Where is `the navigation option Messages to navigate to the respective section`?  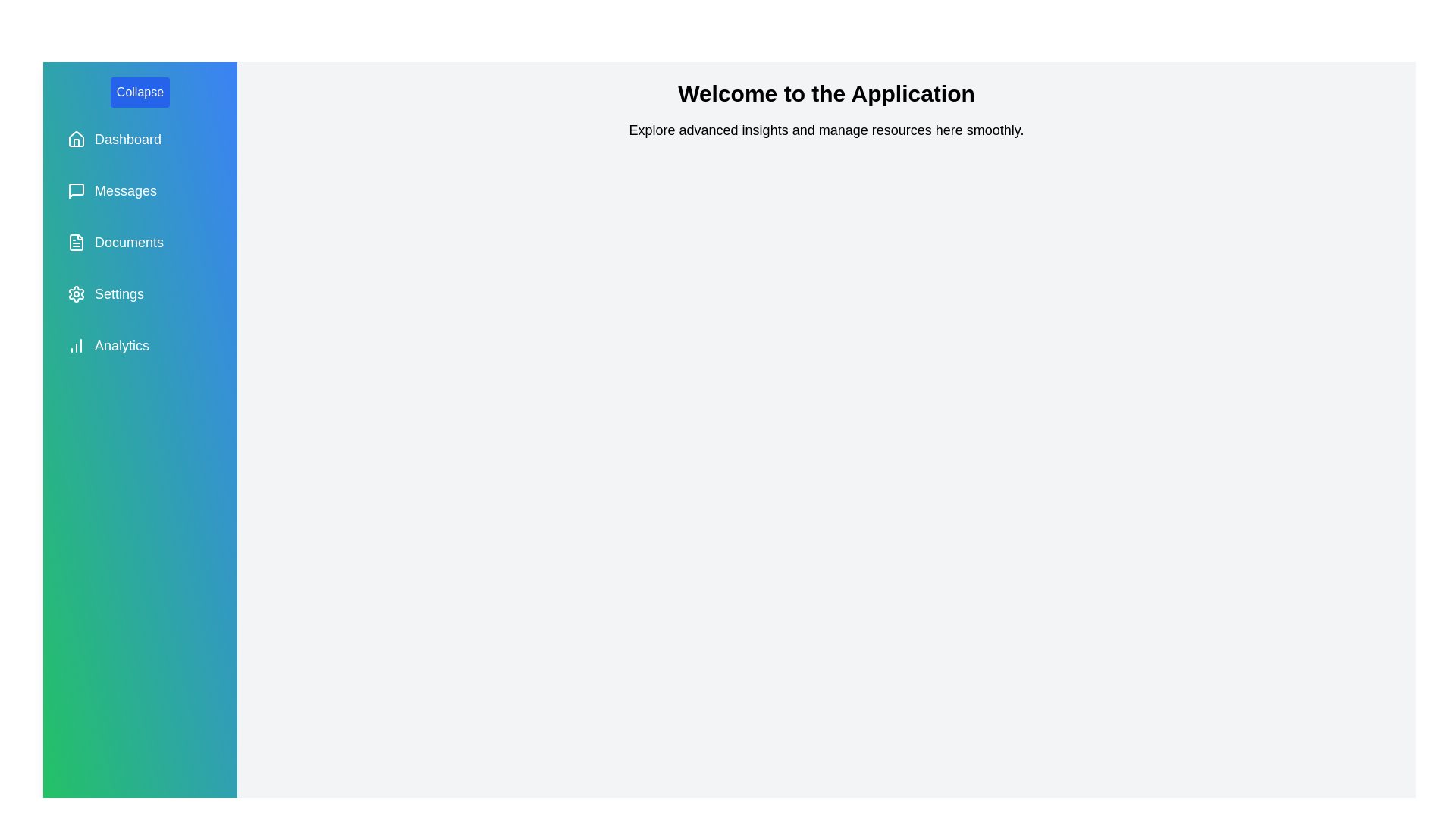
the navigation option Messages to navigate to the respective section is located at coordinates (140, 190).